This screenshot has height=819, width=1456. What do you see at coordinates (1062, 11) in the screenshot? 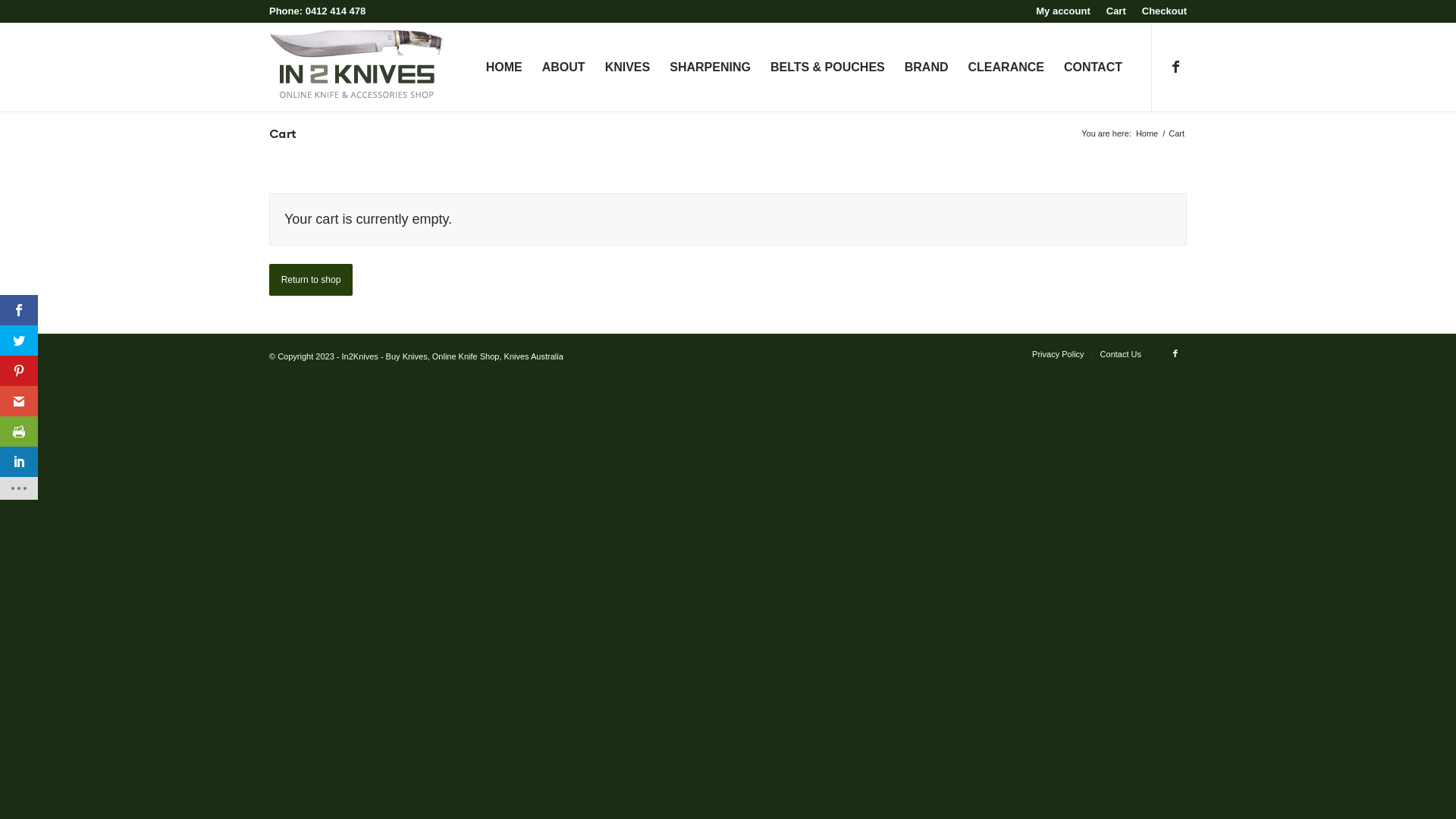
I see `'My account'` at bounding box center [1062, 11].